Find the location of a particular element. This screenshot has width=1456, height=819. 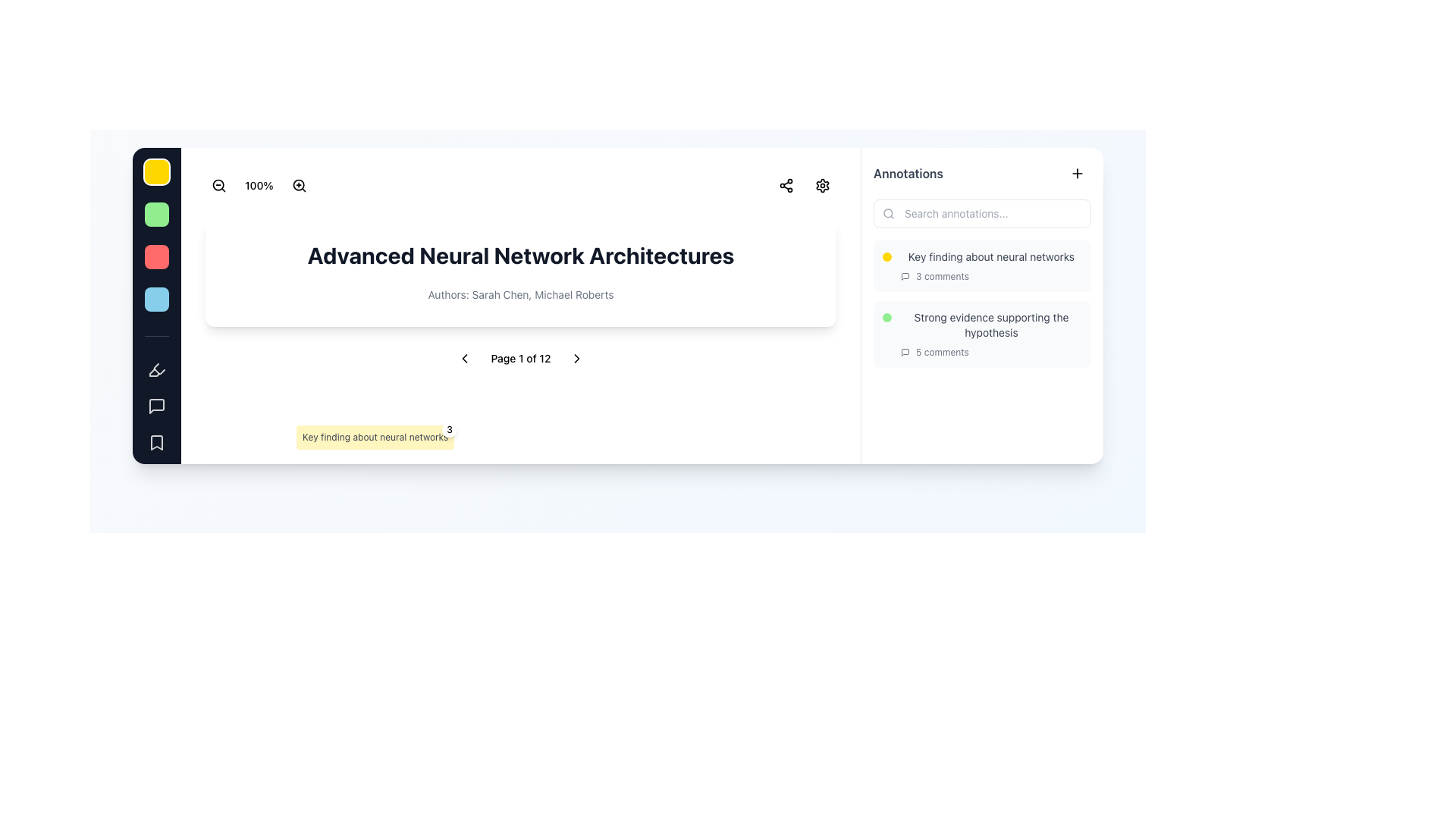

the left-facing chevron-shaped Navigation Icon located to the left of the 'Page 1 of 12' text in the header section is located at coordinates (464, 359).